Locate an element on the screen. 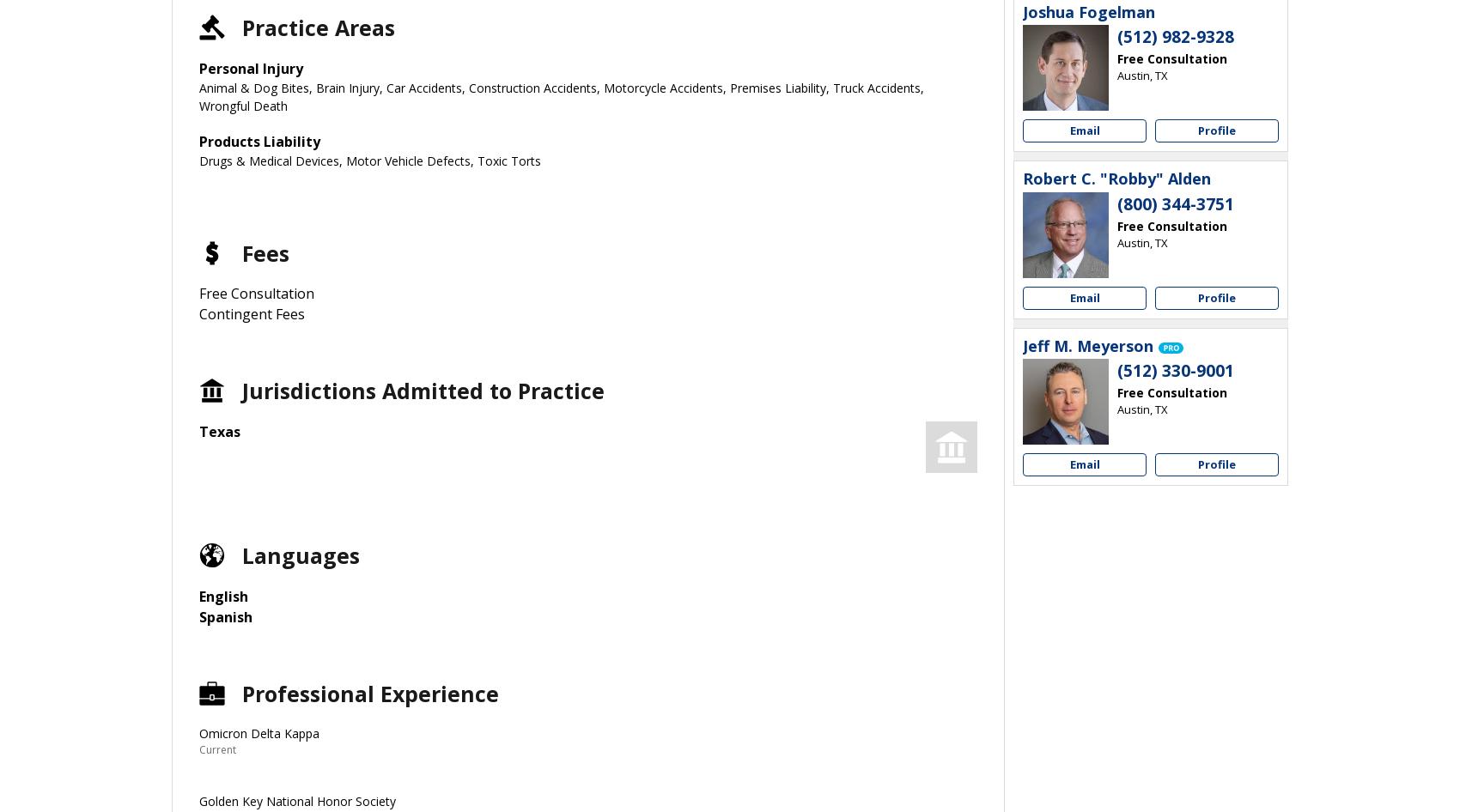 This screenshot has height=812, width=1460. '(800) 344-3751' is located at coordinates (1117, 203).